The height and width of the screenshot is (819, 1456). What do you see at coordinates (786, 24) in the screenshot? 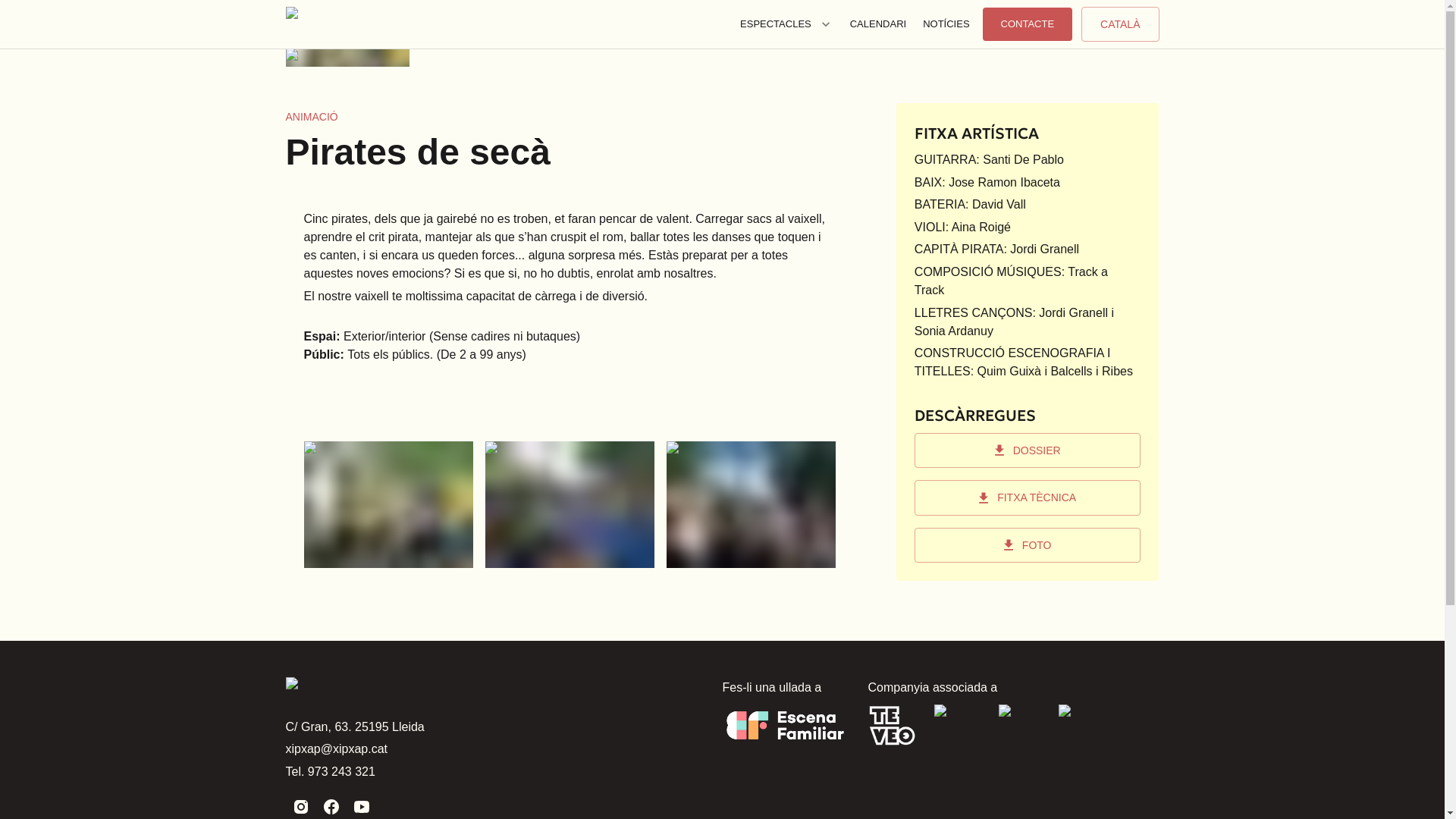
I see `'ESPECTACLES'` at bounding box center [786, 24].